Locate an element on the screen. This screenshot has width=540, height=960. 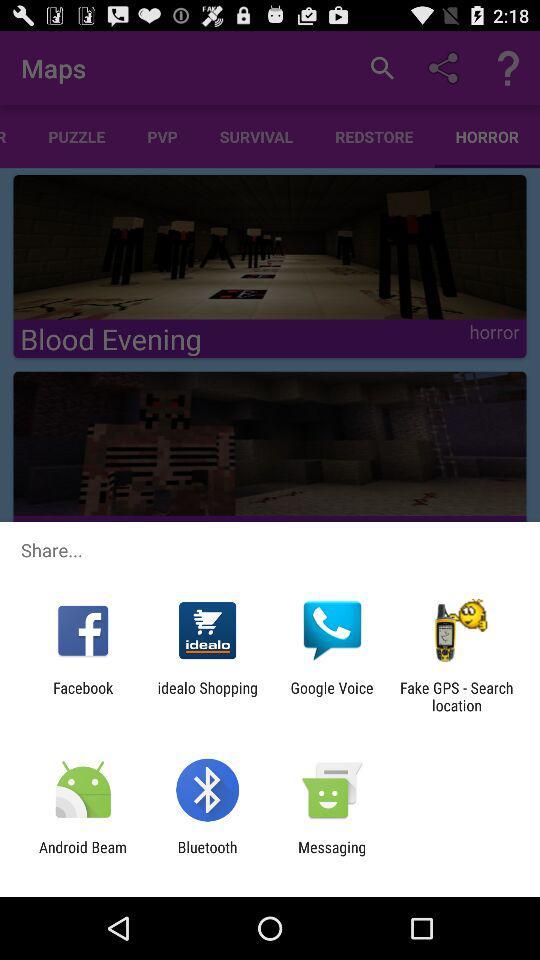
the icon to the left of the idealo shopping is located at coordinates (82, 696).